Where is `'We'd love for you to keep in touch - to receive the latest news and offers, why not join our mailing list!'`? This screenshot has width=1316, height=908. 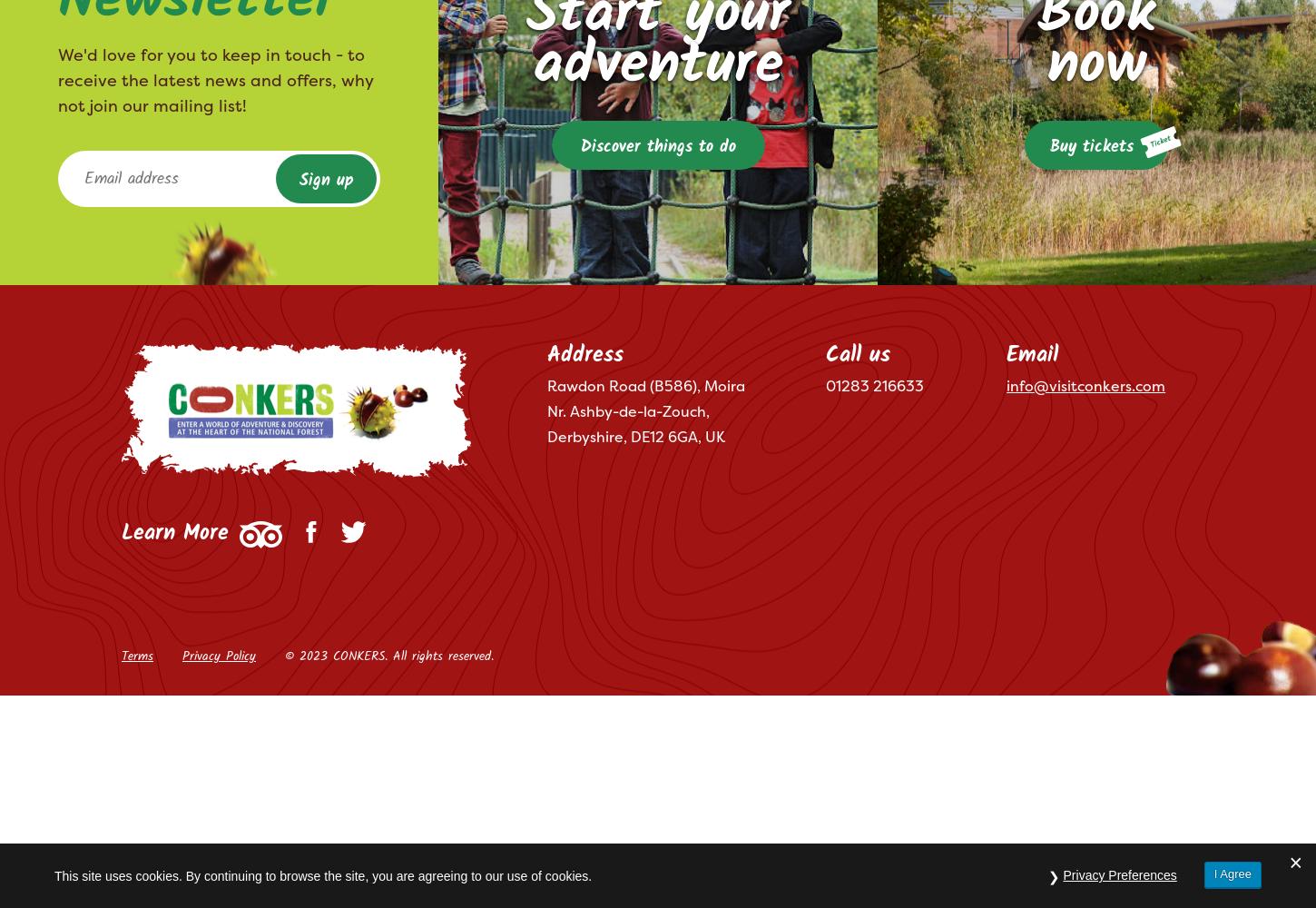
'We'd love for you to keep in touch - to receive the latest news and offers, why not join our mailing list!' is located at coordinates (57, 79).